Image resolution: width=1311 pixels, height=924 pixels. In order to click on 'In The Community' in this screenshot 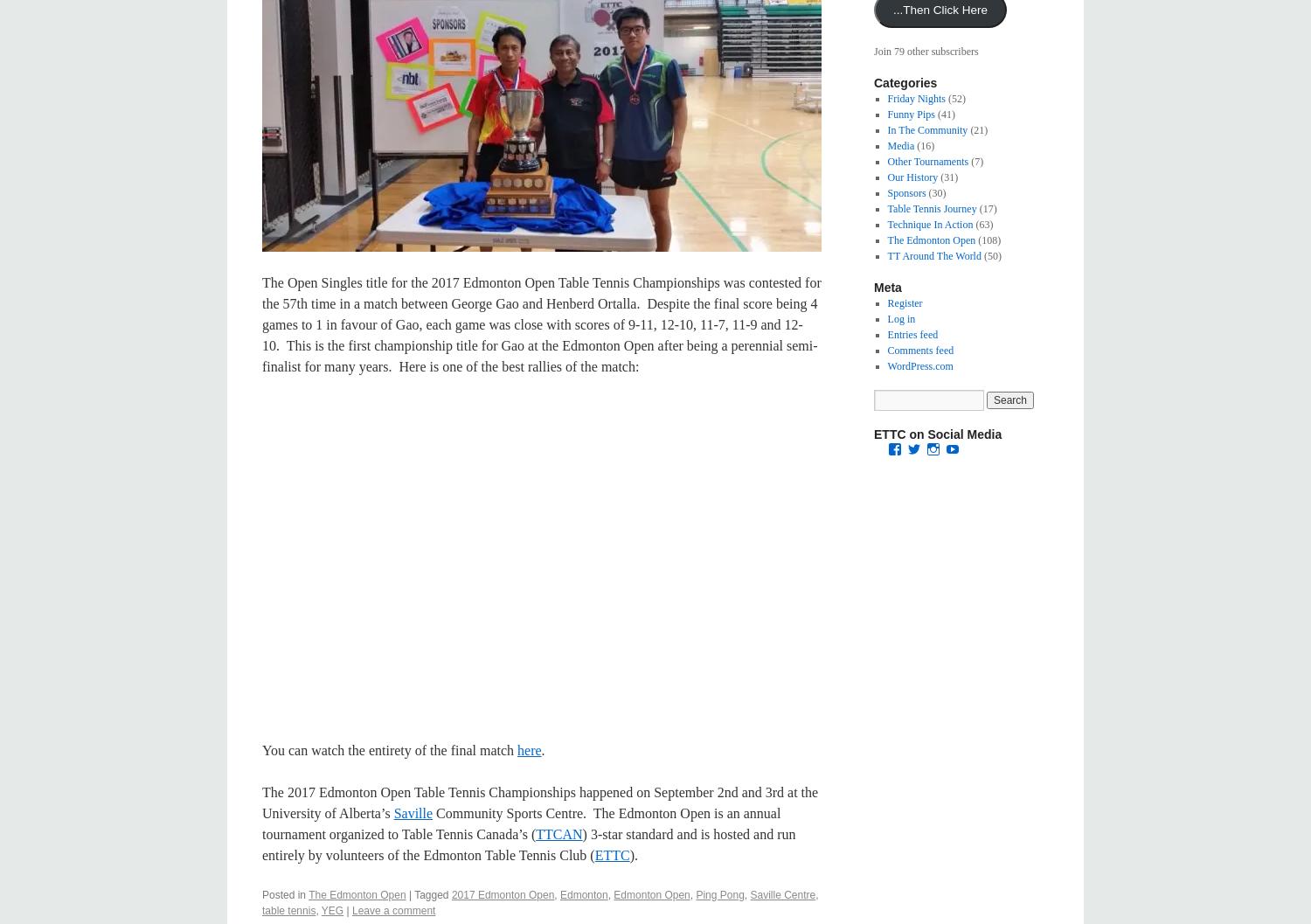, I will do `click(926, 129)`.